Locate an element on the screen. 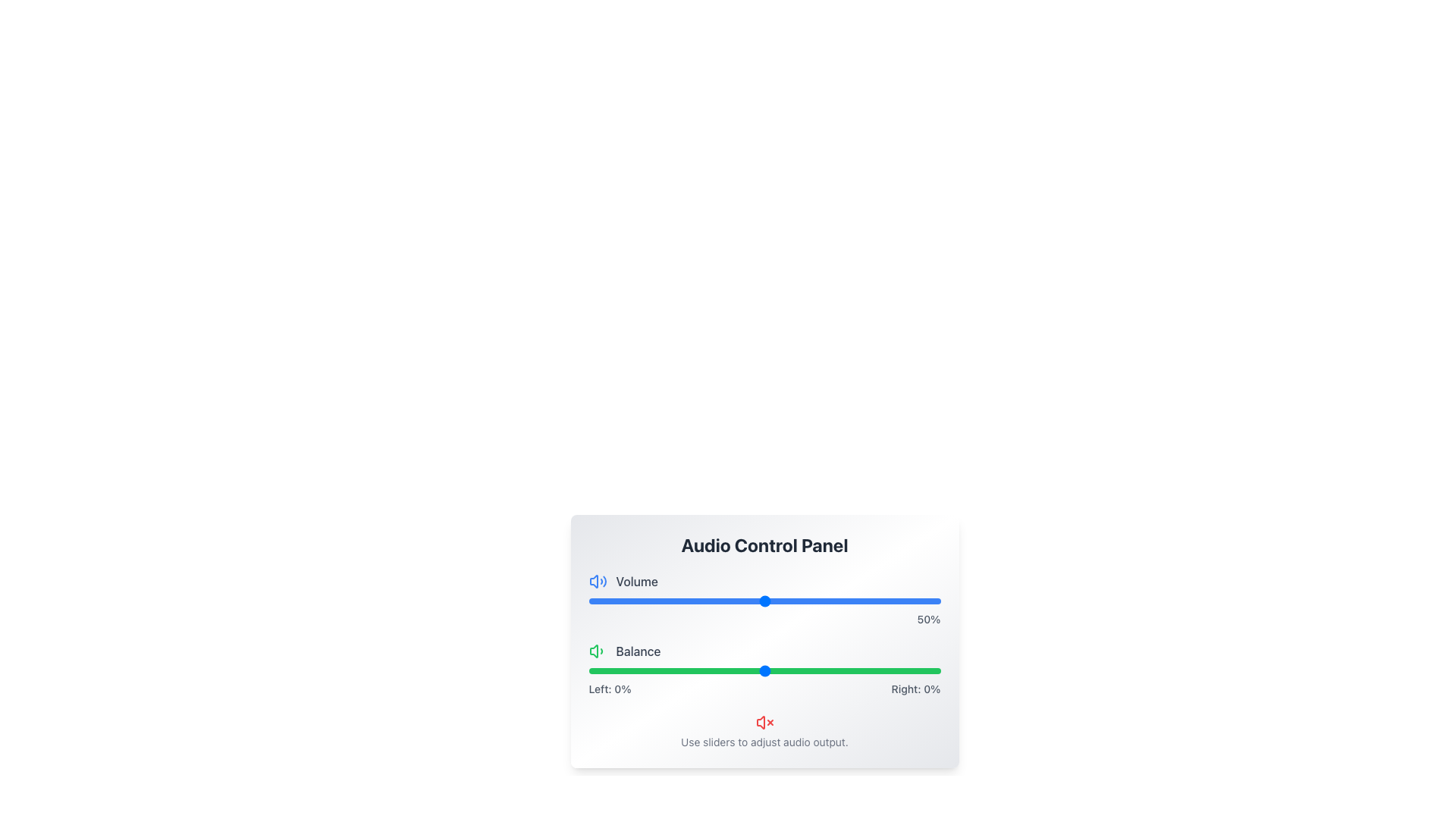  the balance is located at coordinates (754, 670).